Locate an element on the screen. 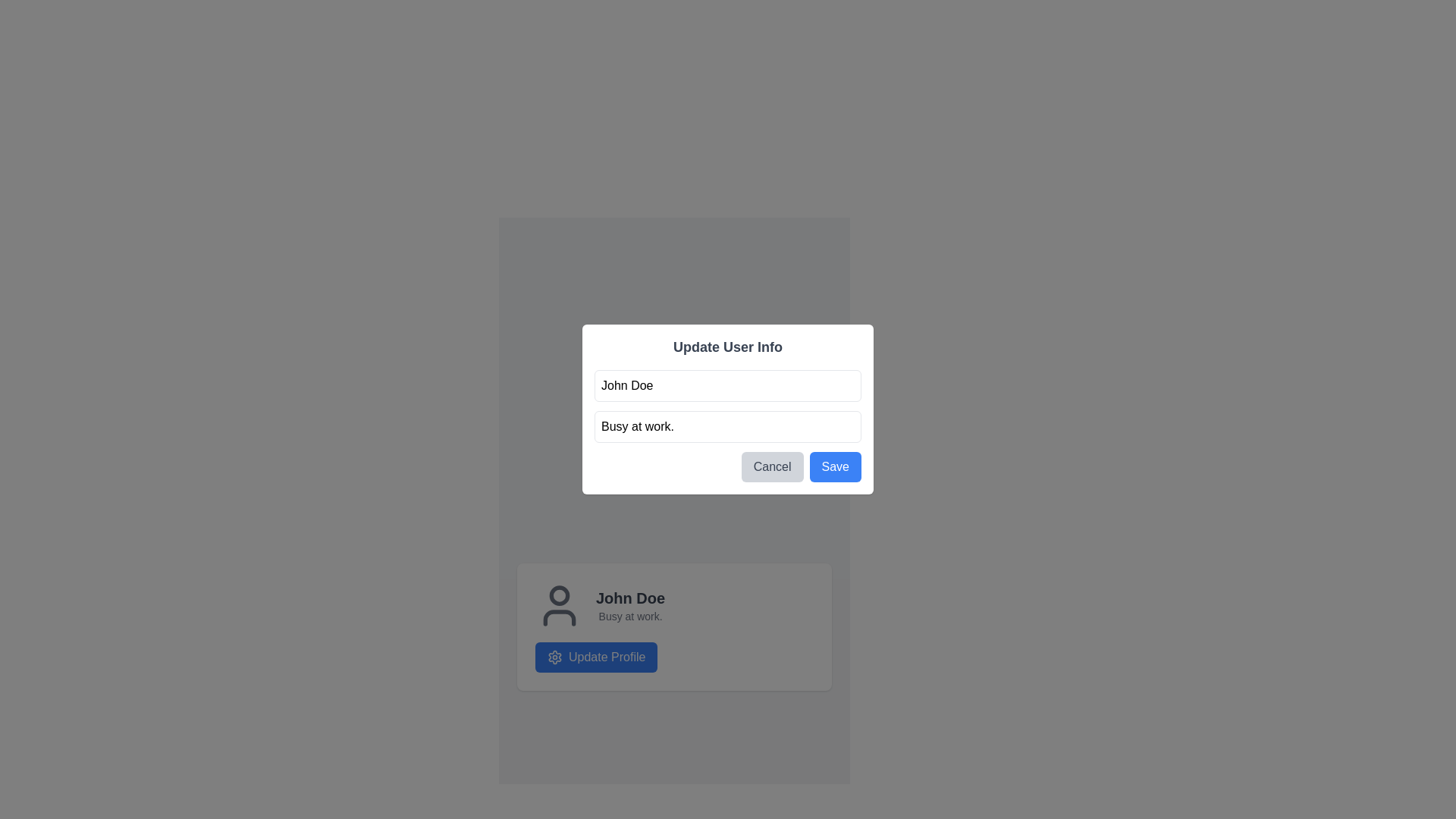 The image size is (1456, 819). the user profile icon's head representation, which is a circle located at the upper section of the user silhouette is located at coordinates (559, 595).